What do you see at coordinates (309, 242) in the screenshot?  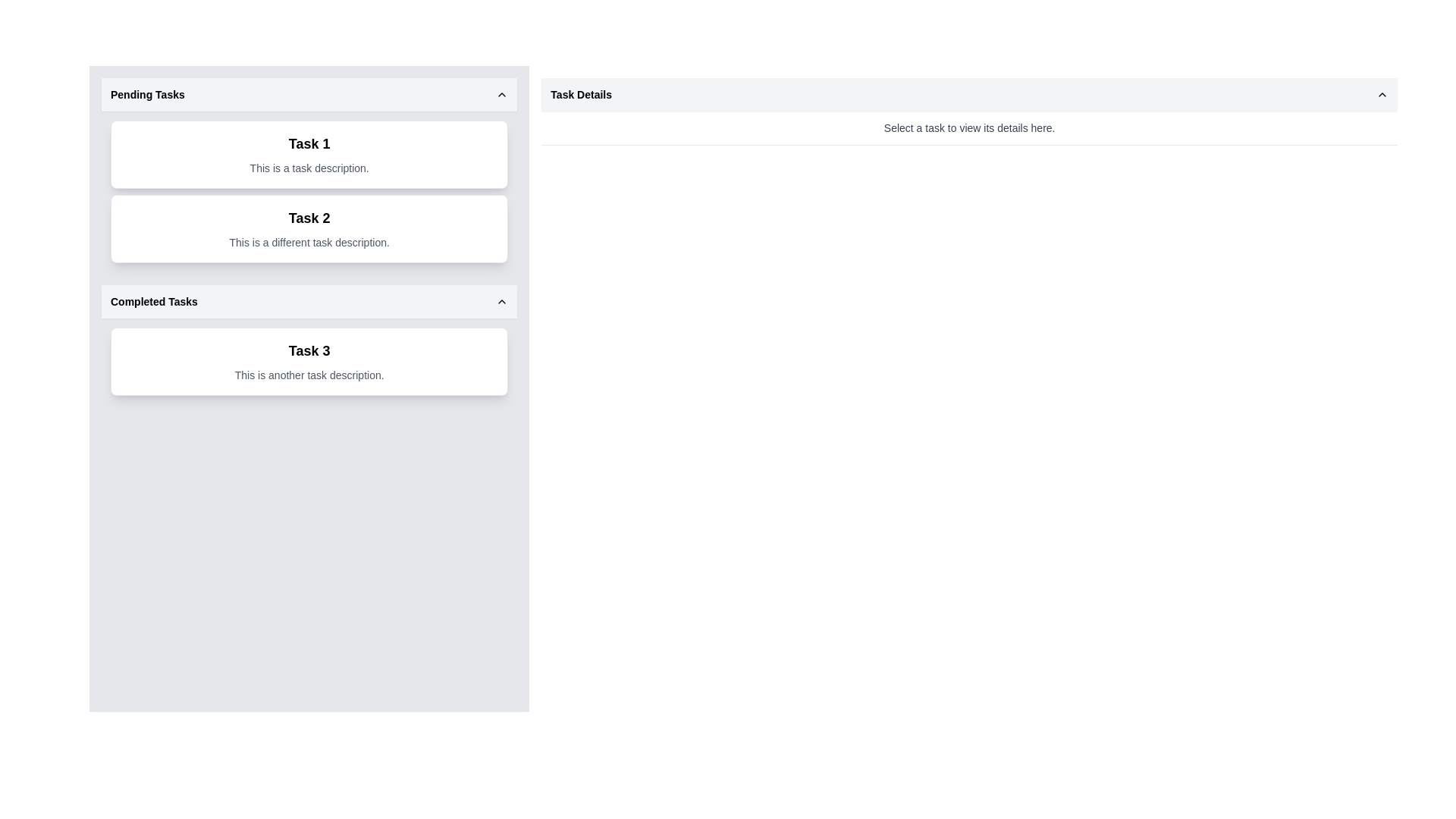 I see `the Text Label located below the 'Task 2' heading in the 'Pending Tasks' section, which provides additional details about the second task` at bounding box center [309, 242].